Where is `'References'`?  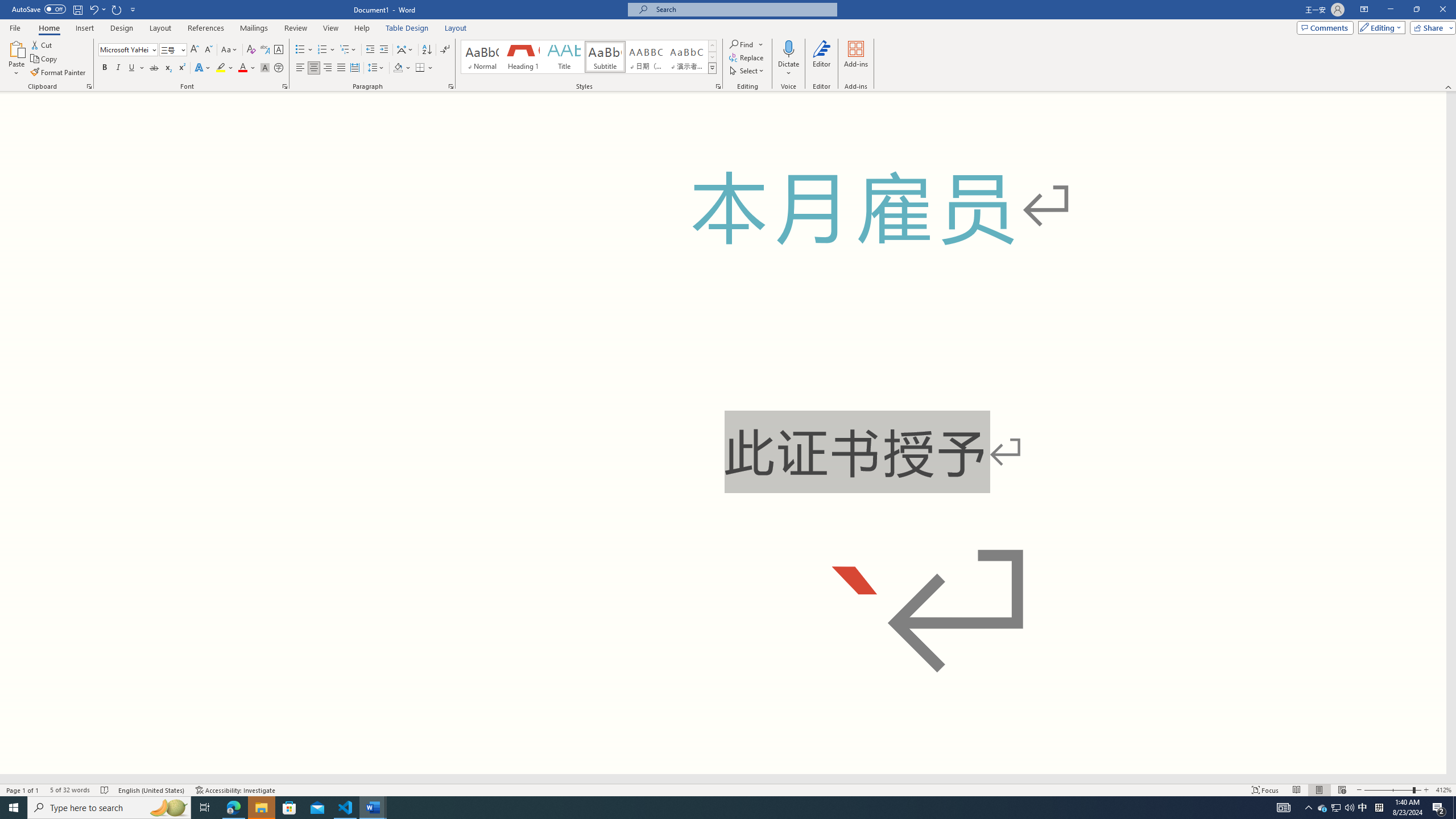 'References' is located at coordinates (206, 28).